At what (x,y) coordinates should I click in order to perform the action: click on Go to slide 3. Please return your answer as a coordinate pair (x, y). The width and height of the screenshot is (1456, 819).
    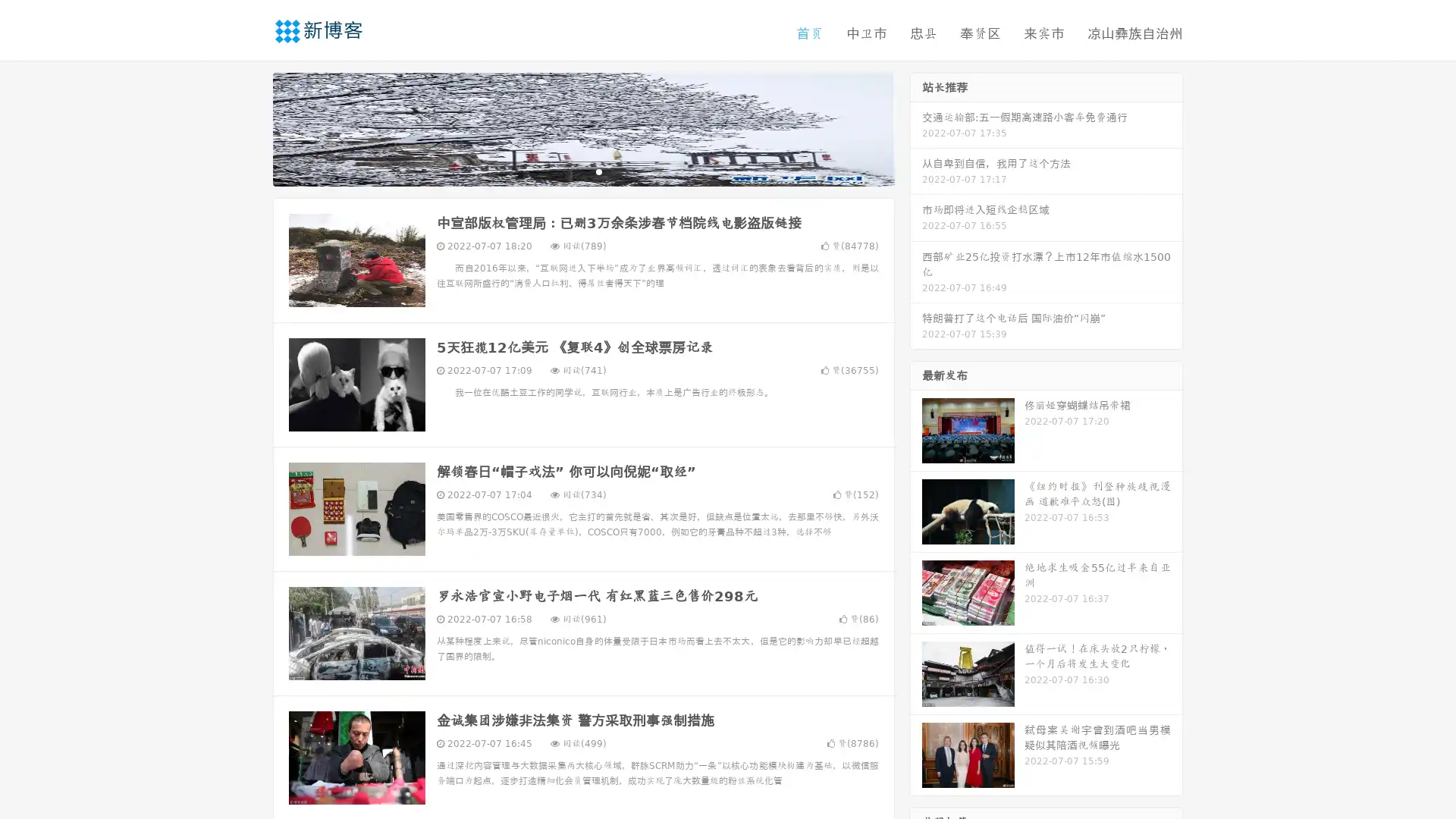
    Looking at the image, I should click on (598, 171).